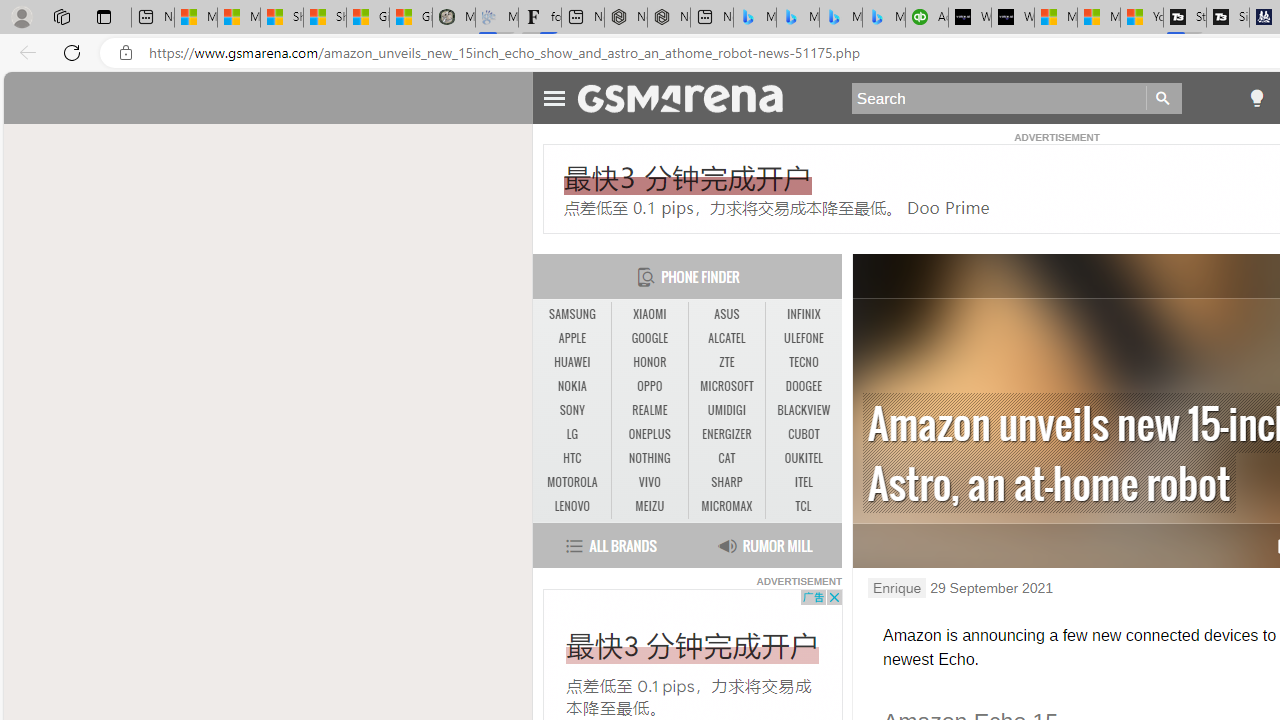  What do you see at coordinates (571, 315) in the screenshot?
I see `'SAMSUNG'` at bounding box center [571, 315].